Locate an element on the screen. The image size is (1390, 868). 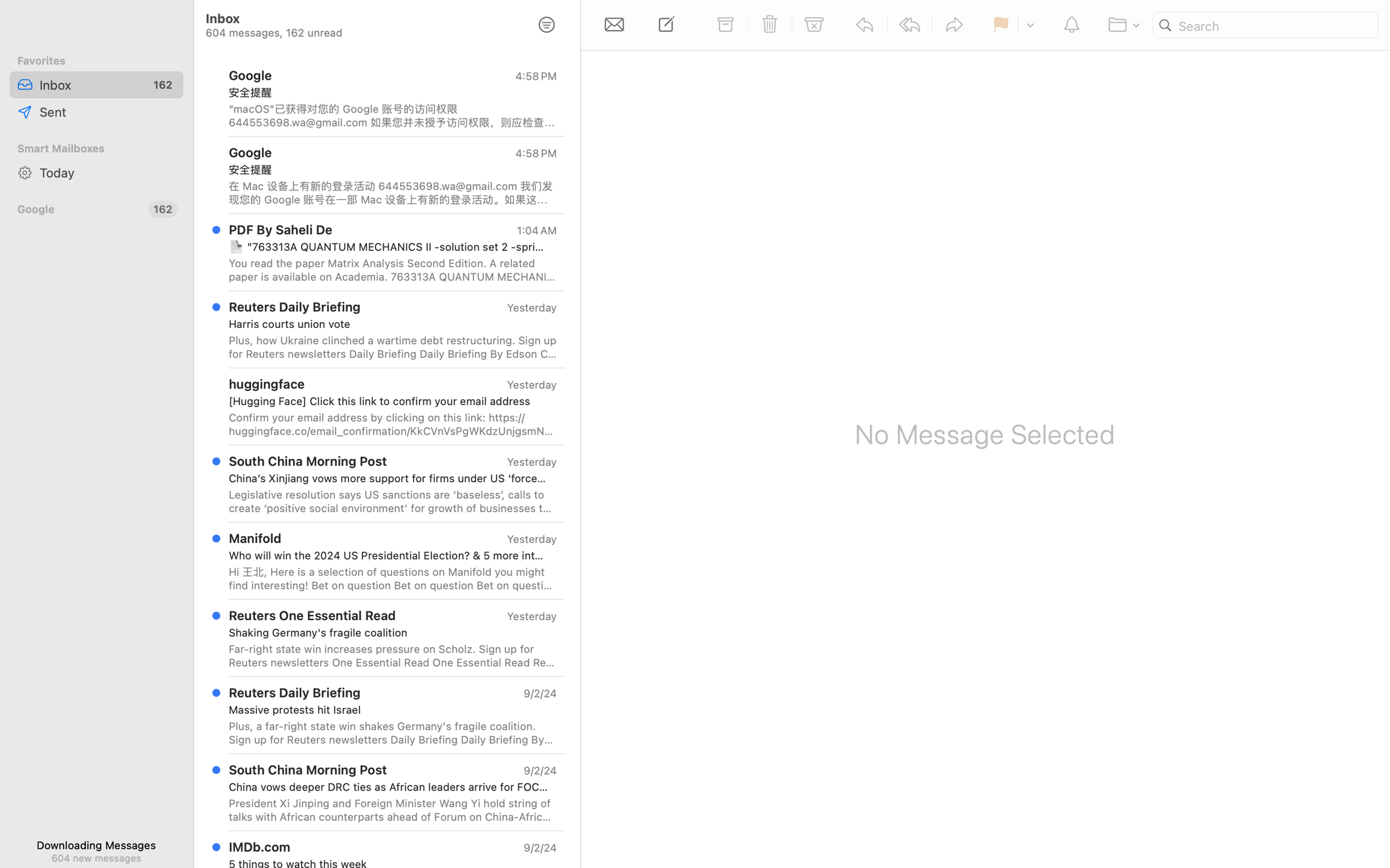
'China’s Xinjiang vows more support for firms under US ‘forced labour’ sanctions' is located at coordinates (388, 478).